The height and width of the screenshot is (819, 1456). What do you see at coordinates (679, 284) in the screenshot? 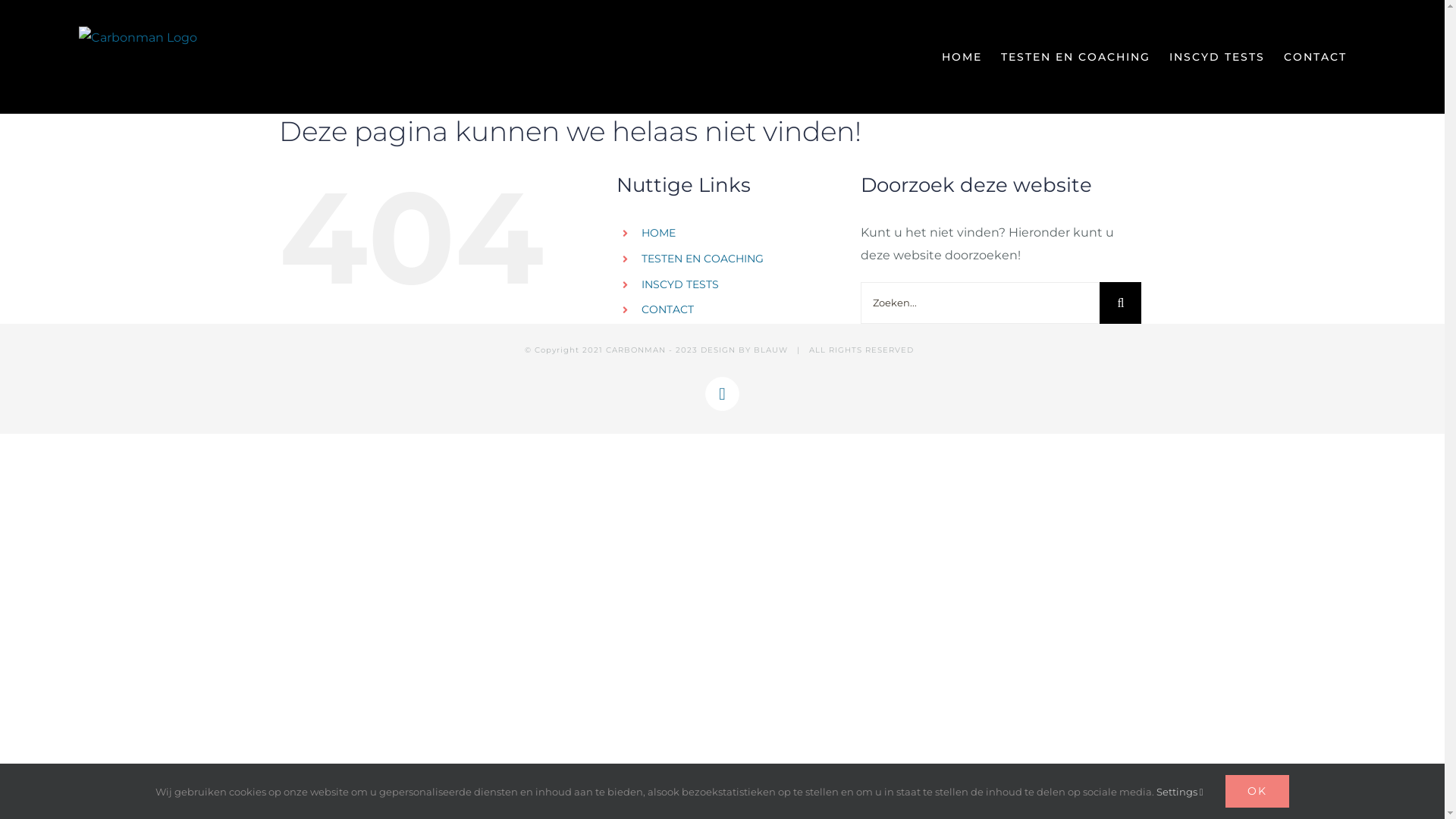
I see `'INSCYD TESTS'` at bounding box center [679, 284].